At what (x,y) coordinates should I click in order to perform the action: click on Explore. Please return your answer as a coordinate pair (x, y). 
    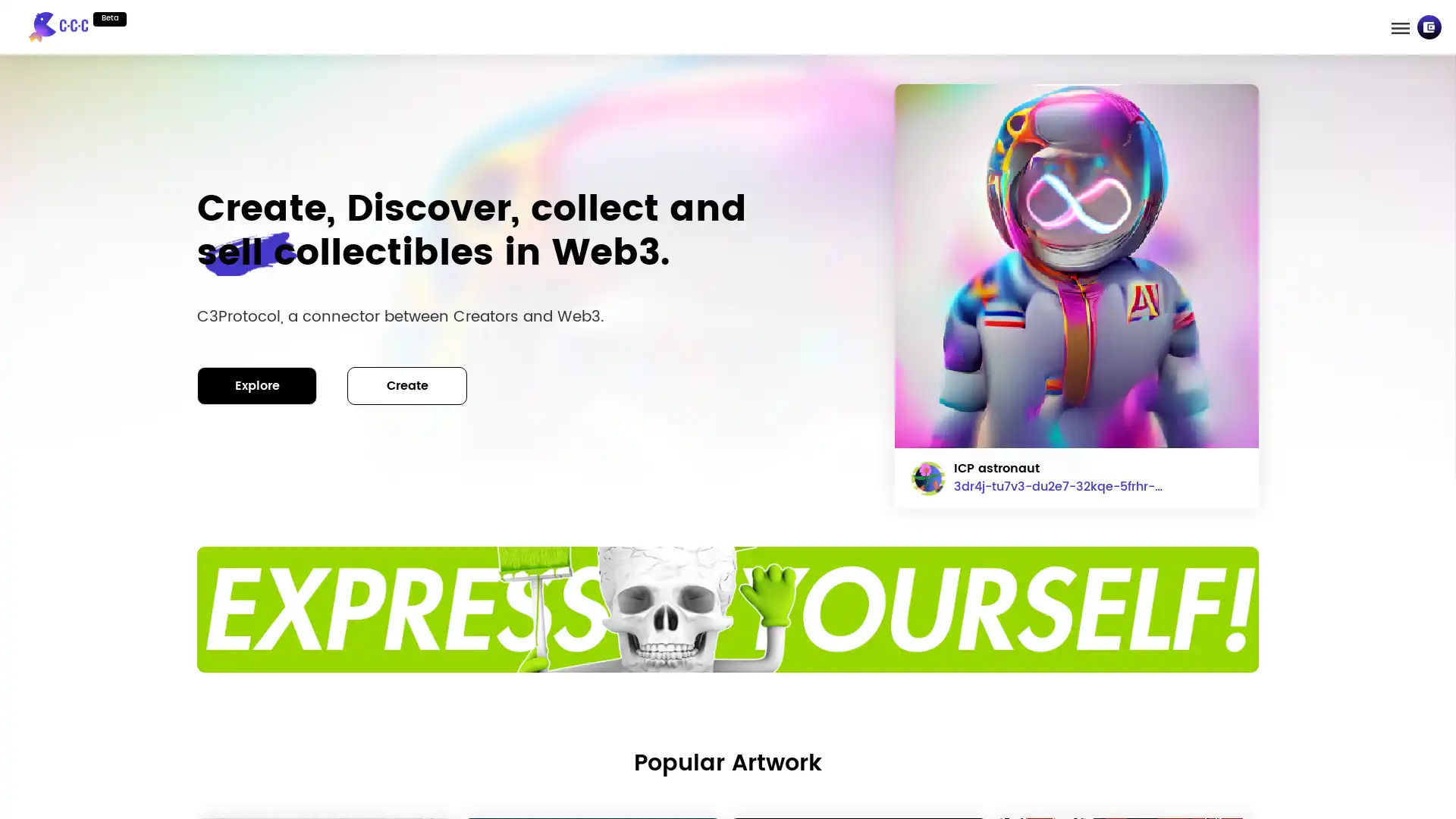
    Looking at the image, I should click on (257, 384).